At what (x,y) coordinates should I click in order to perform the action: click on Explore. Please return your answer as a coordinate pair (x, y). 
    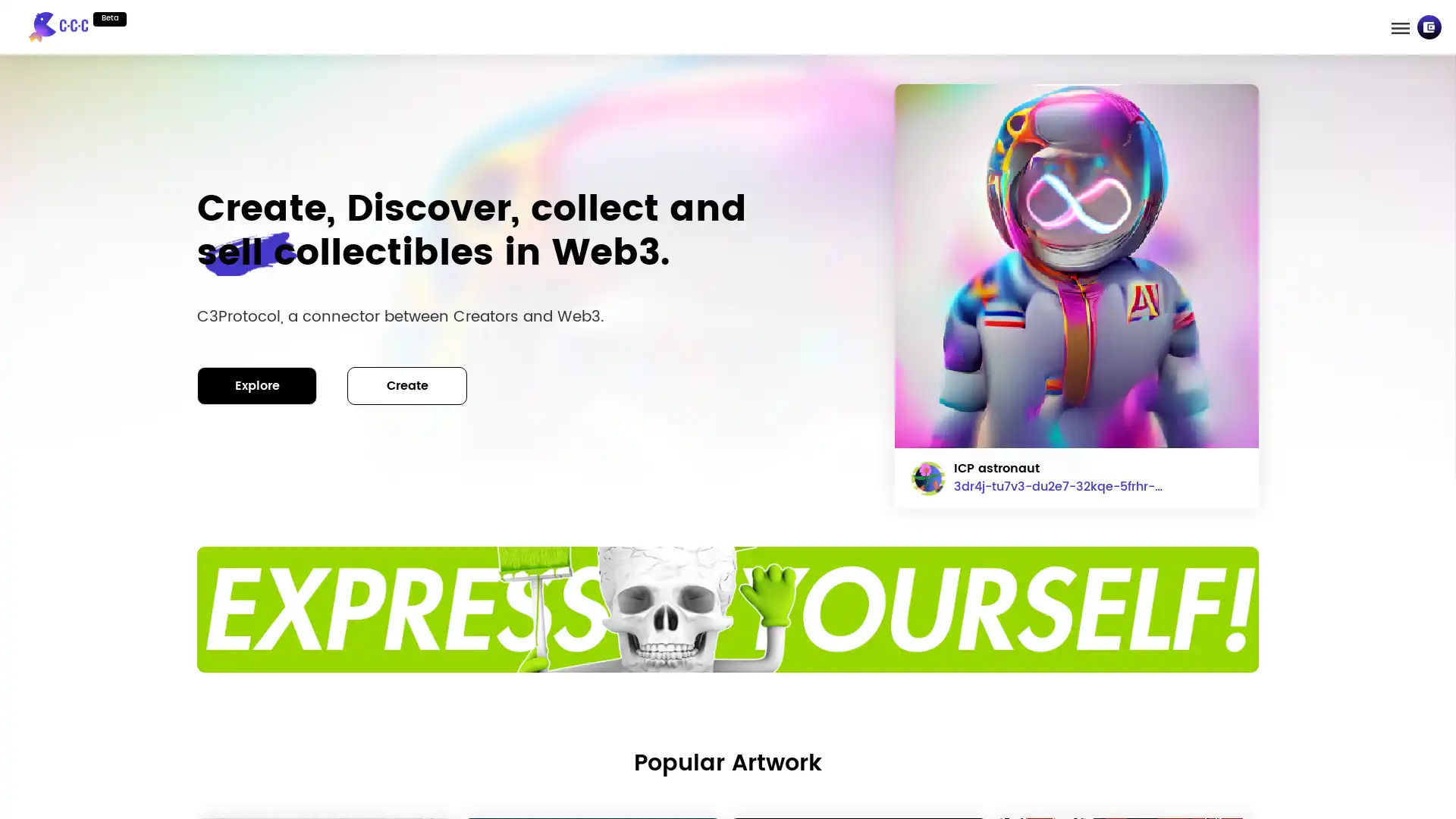
    Looking at the image, I should click on (257, 384).